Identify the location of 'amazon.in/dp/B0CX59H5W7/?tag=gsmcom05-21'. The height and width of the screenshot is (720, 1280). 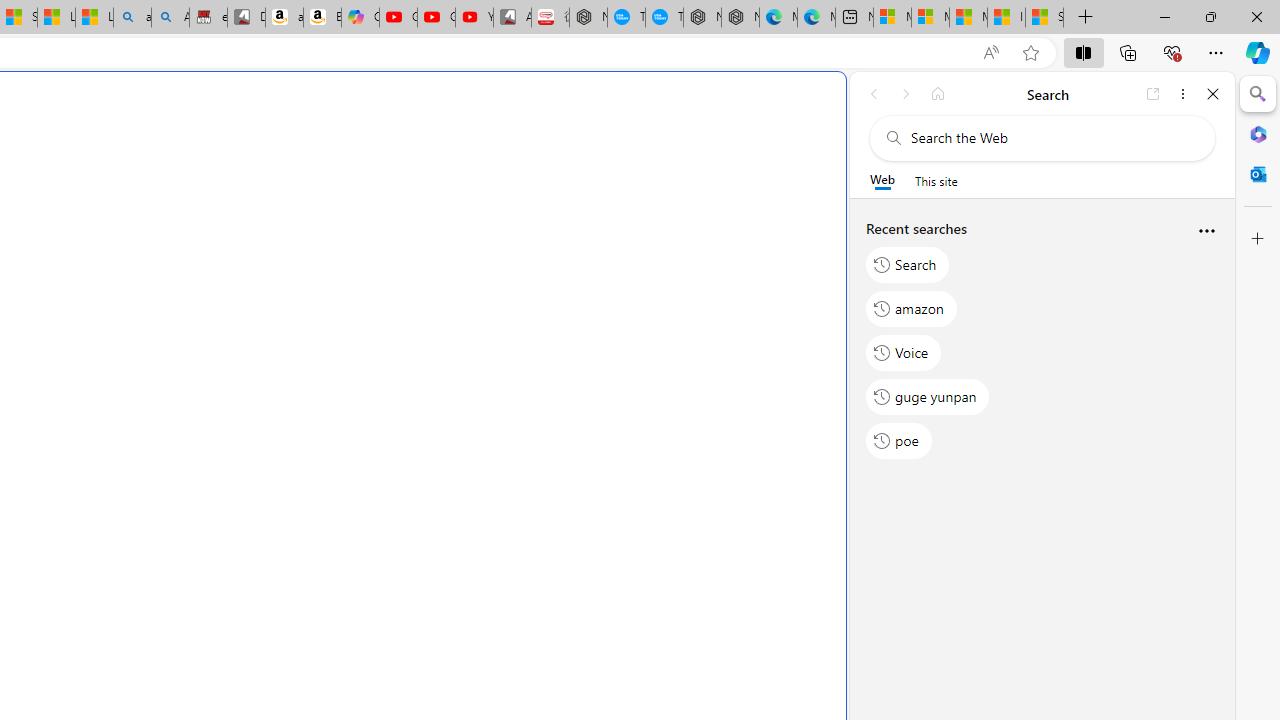
(283, 17).